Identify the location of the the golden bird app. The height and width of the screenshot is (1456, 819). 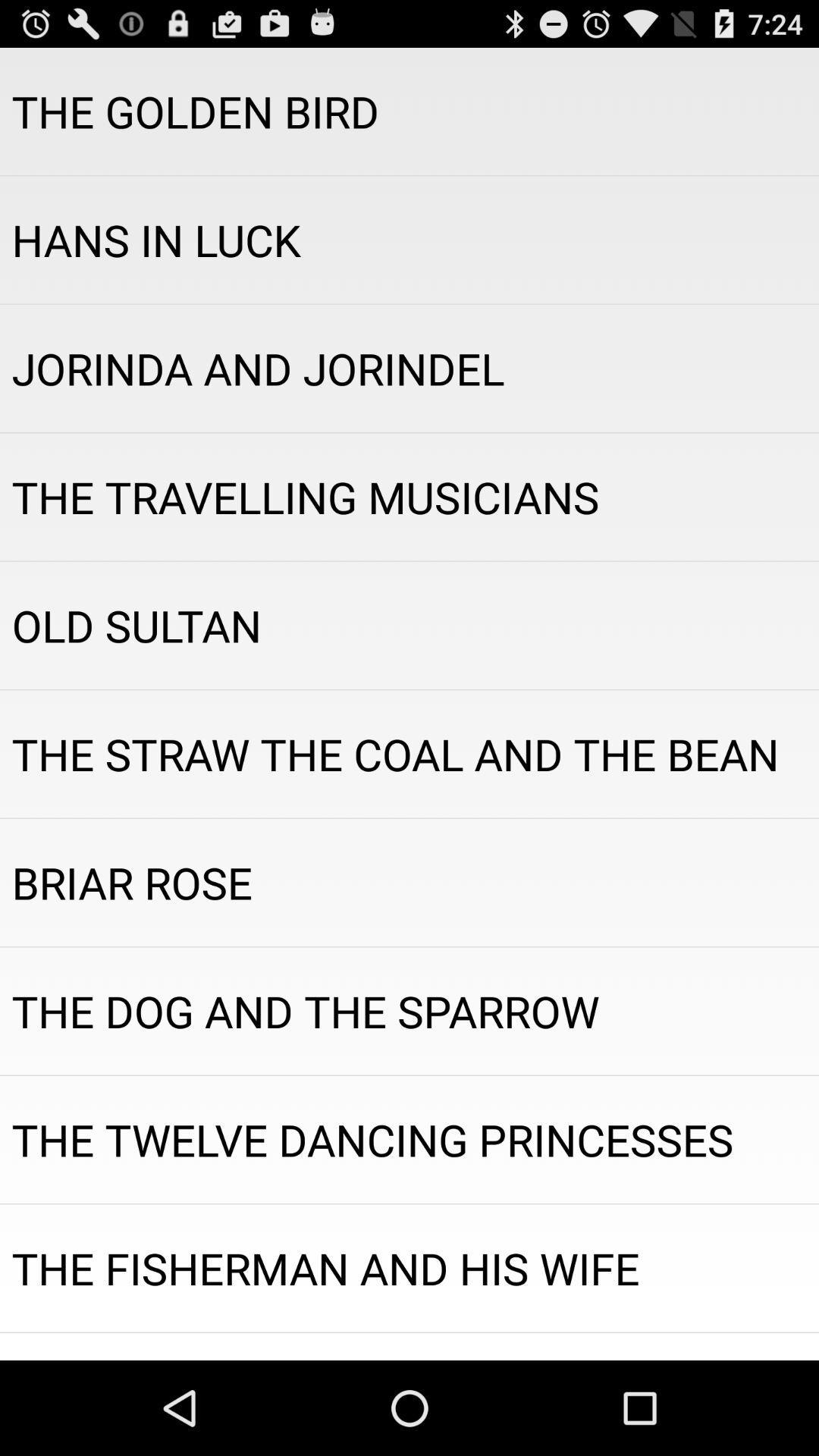
(409, 111).